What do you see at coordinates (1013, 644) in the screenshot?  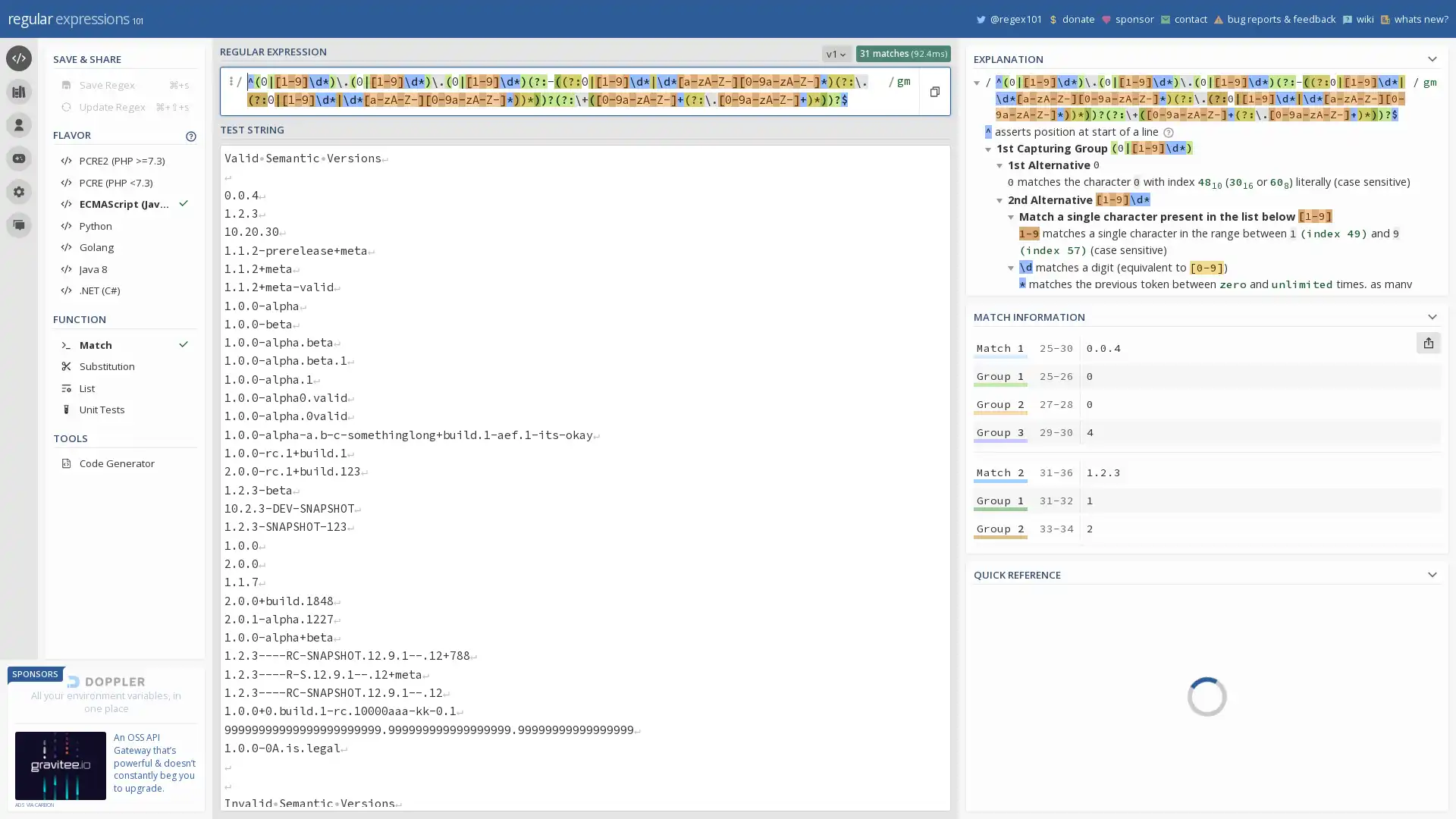 I see `Collapse Subtree` at bounding box center [1013, 644].